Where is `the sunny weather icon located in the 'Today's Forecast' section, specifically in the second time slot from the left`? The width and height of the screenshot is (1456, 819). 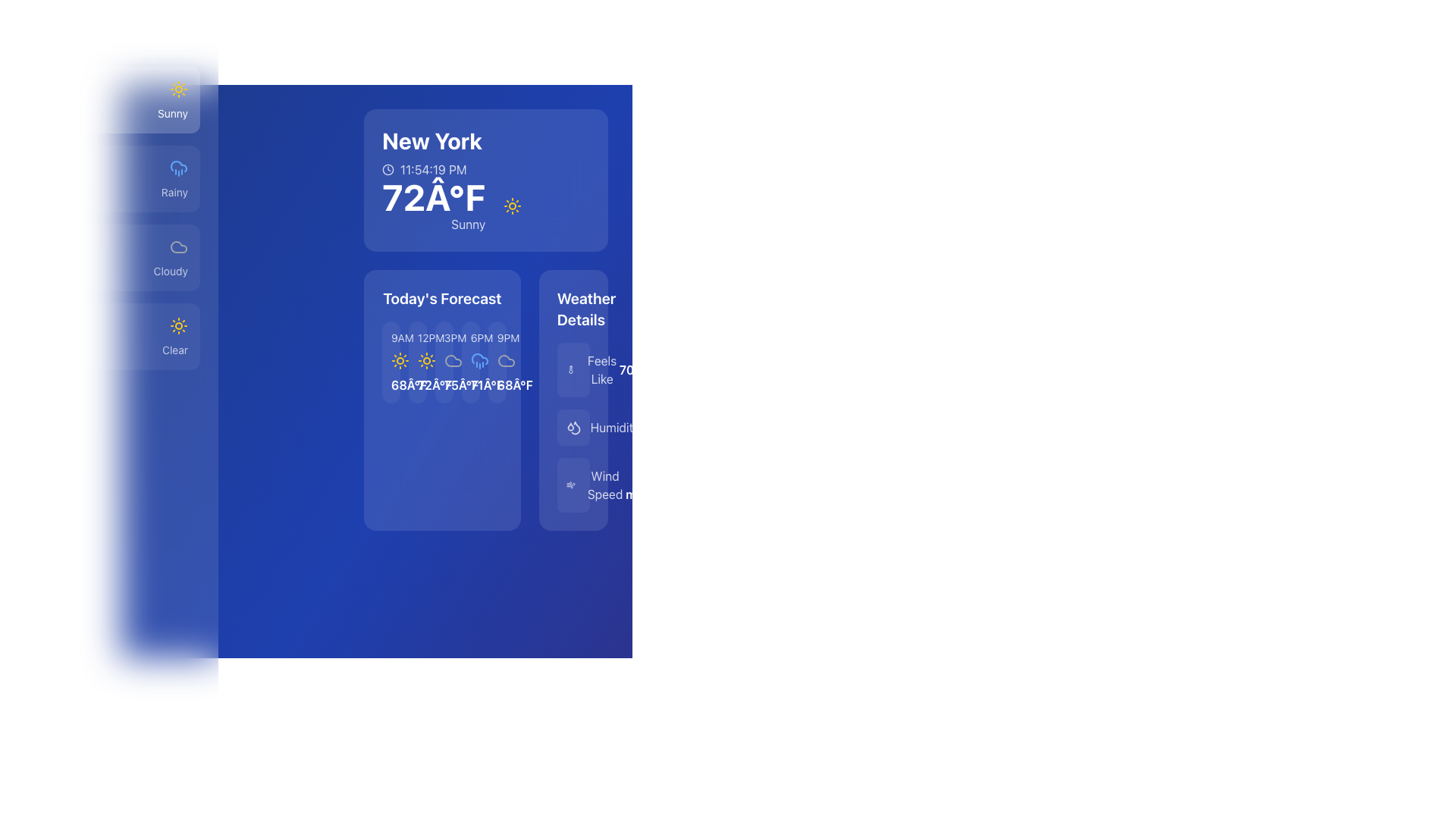
the sunny weather icon located in the 'Today's Forecast' section, specifically in the second time slot from the left is located at coordinates (400, 360).